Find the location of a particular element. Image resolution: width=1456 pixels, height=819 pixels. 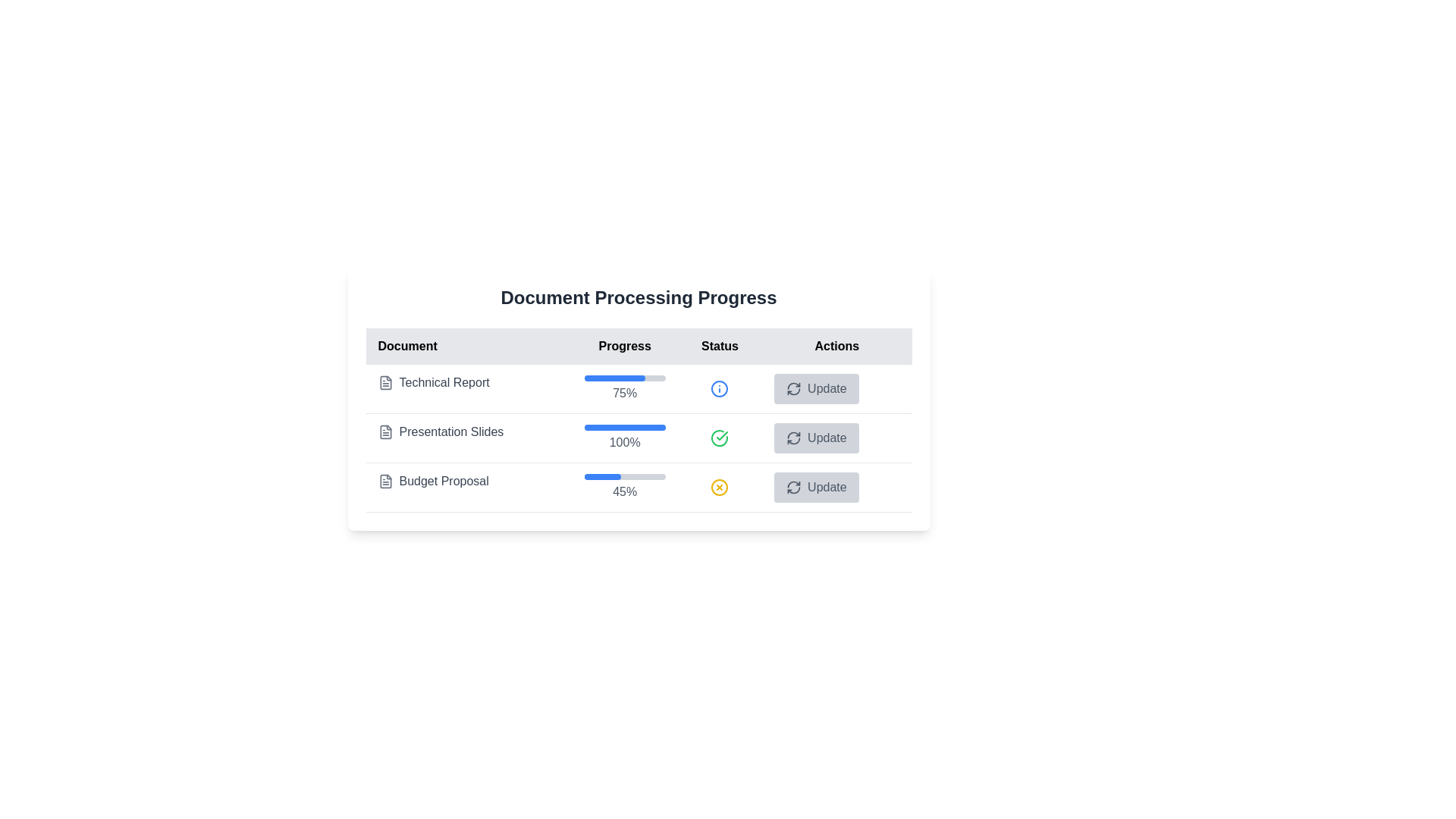

the 'Status' label, which is the third item in a row of headers, displaying the word 'Status' in black font against a light gray background is located at coordinates (719, 346).